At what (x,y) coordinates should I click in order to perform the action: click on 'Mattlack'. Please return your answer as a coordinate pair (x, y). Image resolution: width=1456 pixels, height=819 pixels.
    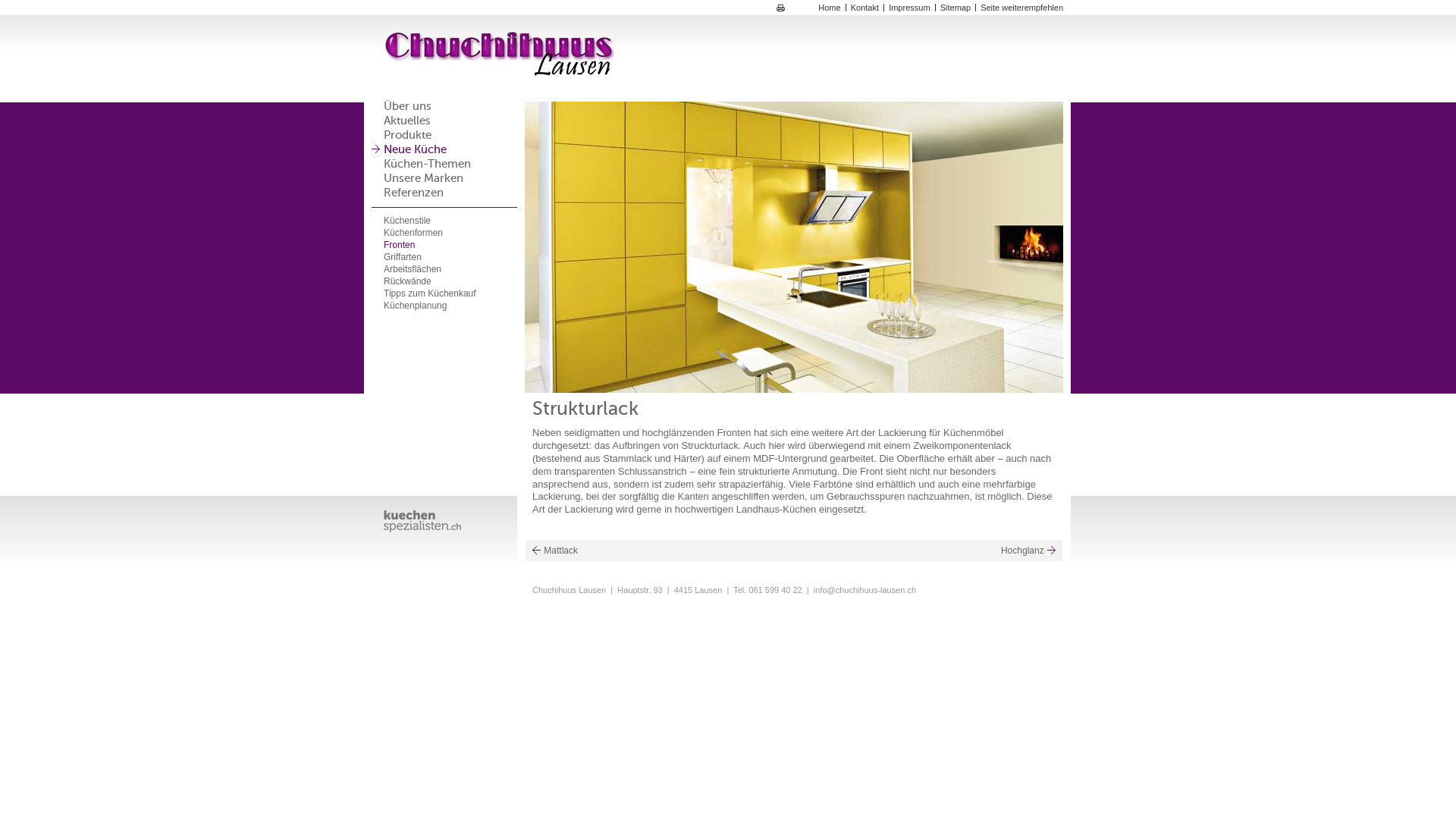
    Looking at the image, I should click on (531, 550).